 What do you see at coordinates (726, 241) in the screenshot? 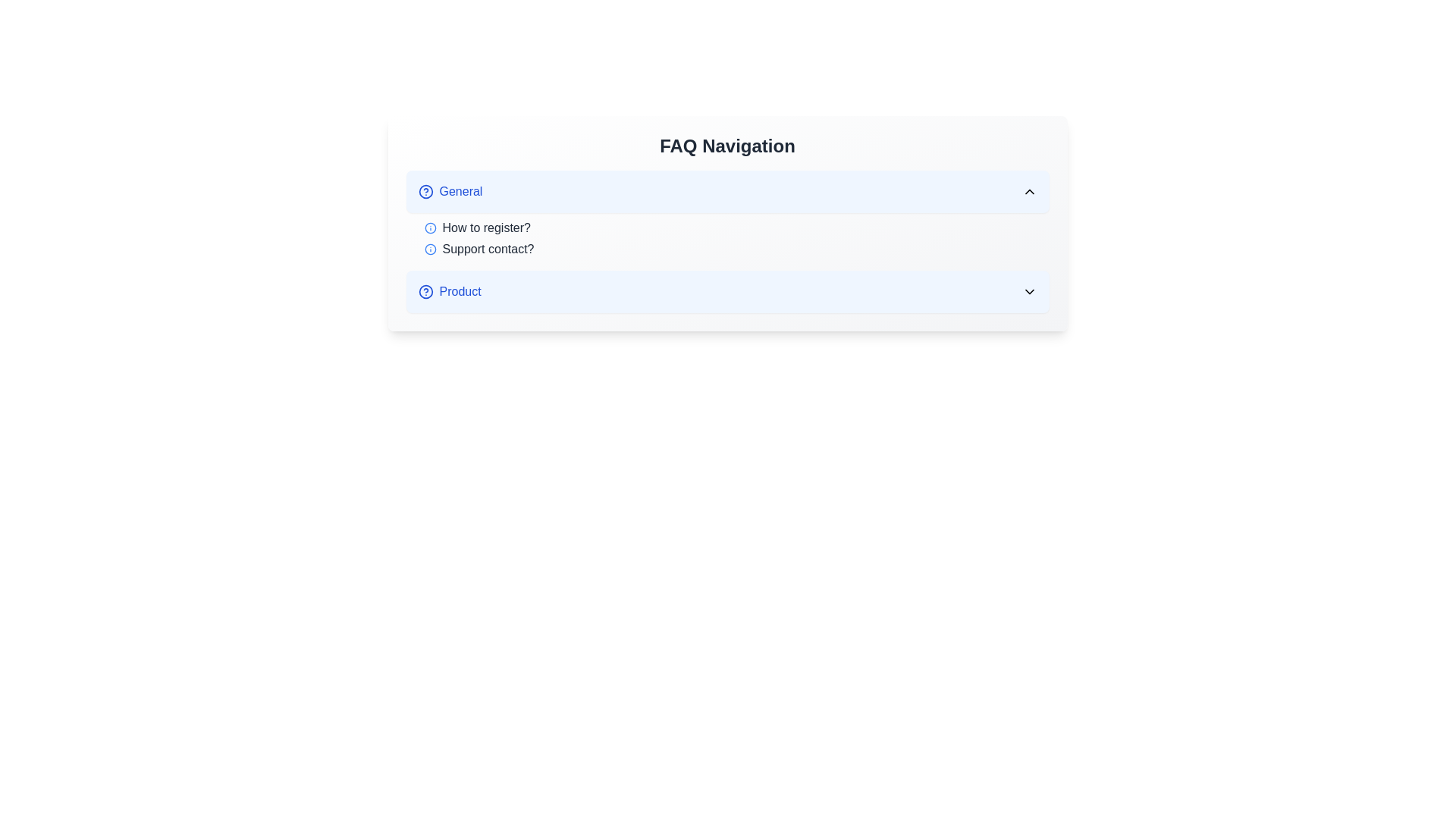
I see `a question in the Expandable/collapsible FAQ list section` at bounding box center [726, 241].